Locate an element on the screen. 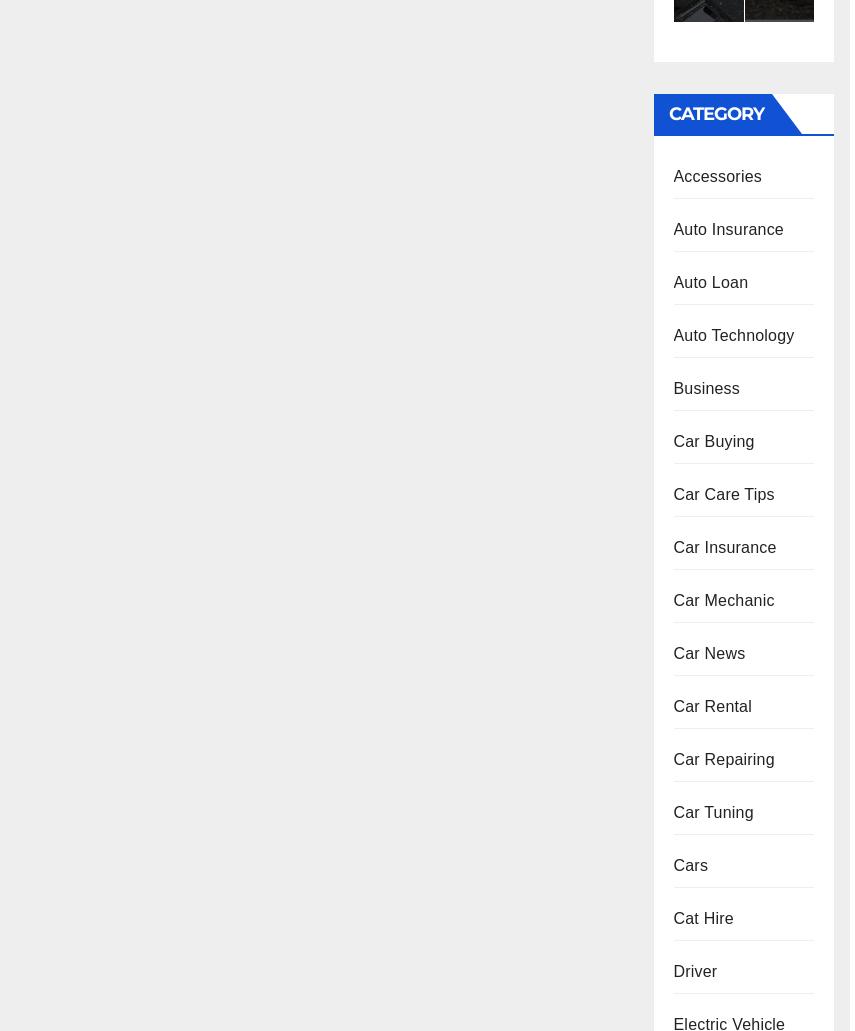 The image size is (855, 1031). 'Car Mechanic' is located at coordinates (722, 599).